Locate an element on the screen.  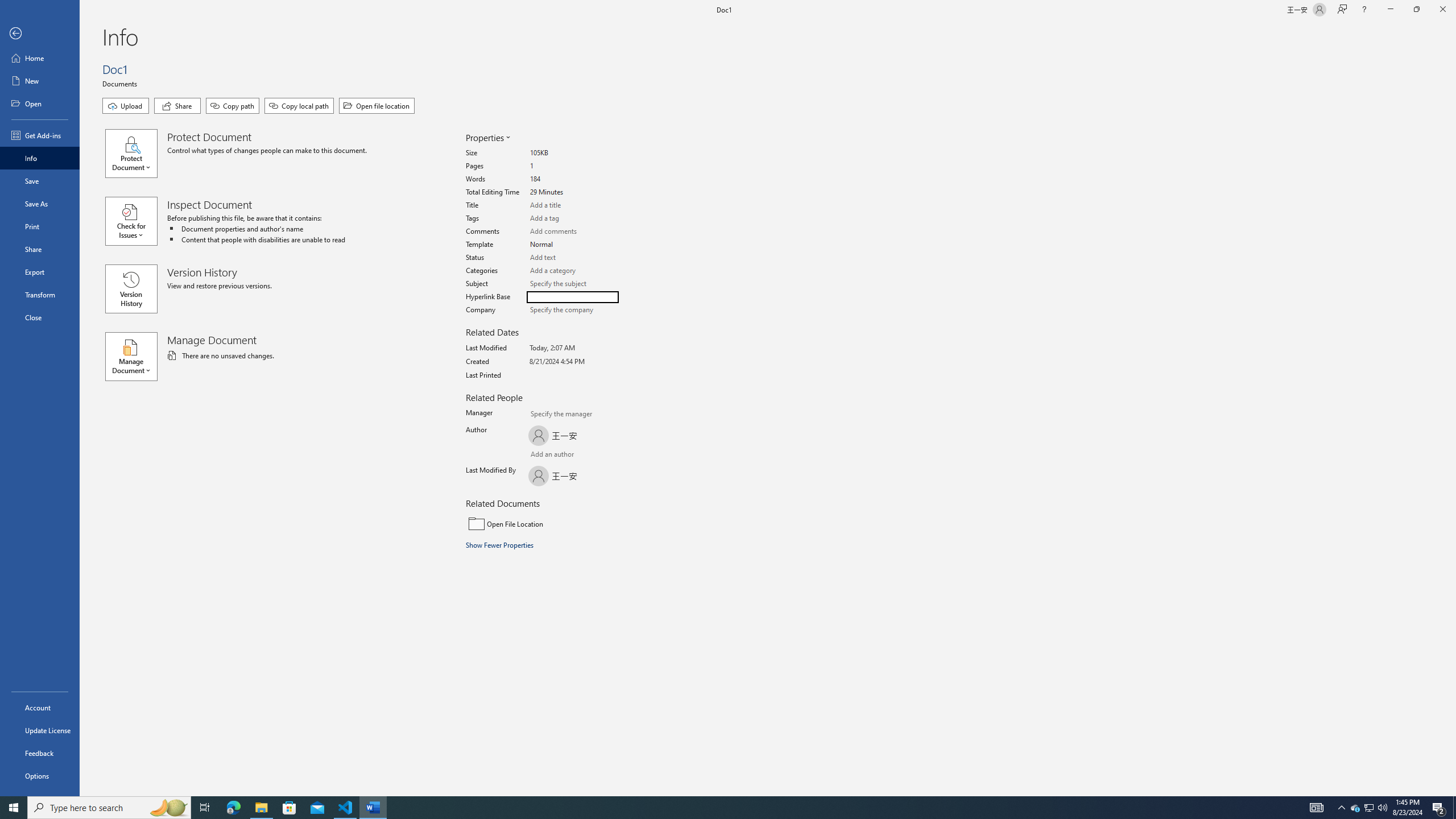
'Hyperlink Base' is located at coordinates (572, 296).